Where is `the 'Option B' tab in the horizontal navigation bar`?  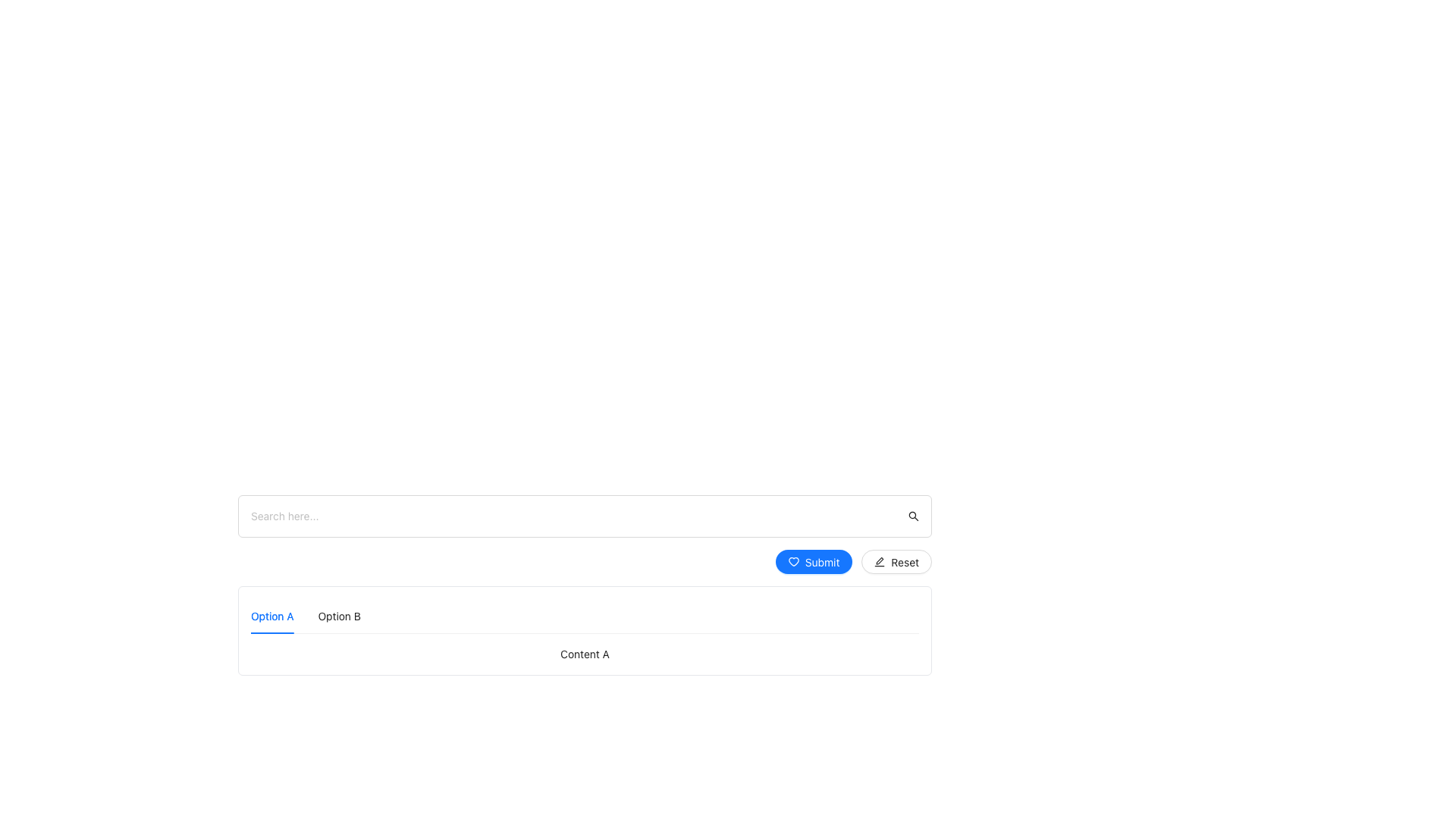
the 'Option B' tab in the horizontal navigation bar is located at coordinates (338, 617).